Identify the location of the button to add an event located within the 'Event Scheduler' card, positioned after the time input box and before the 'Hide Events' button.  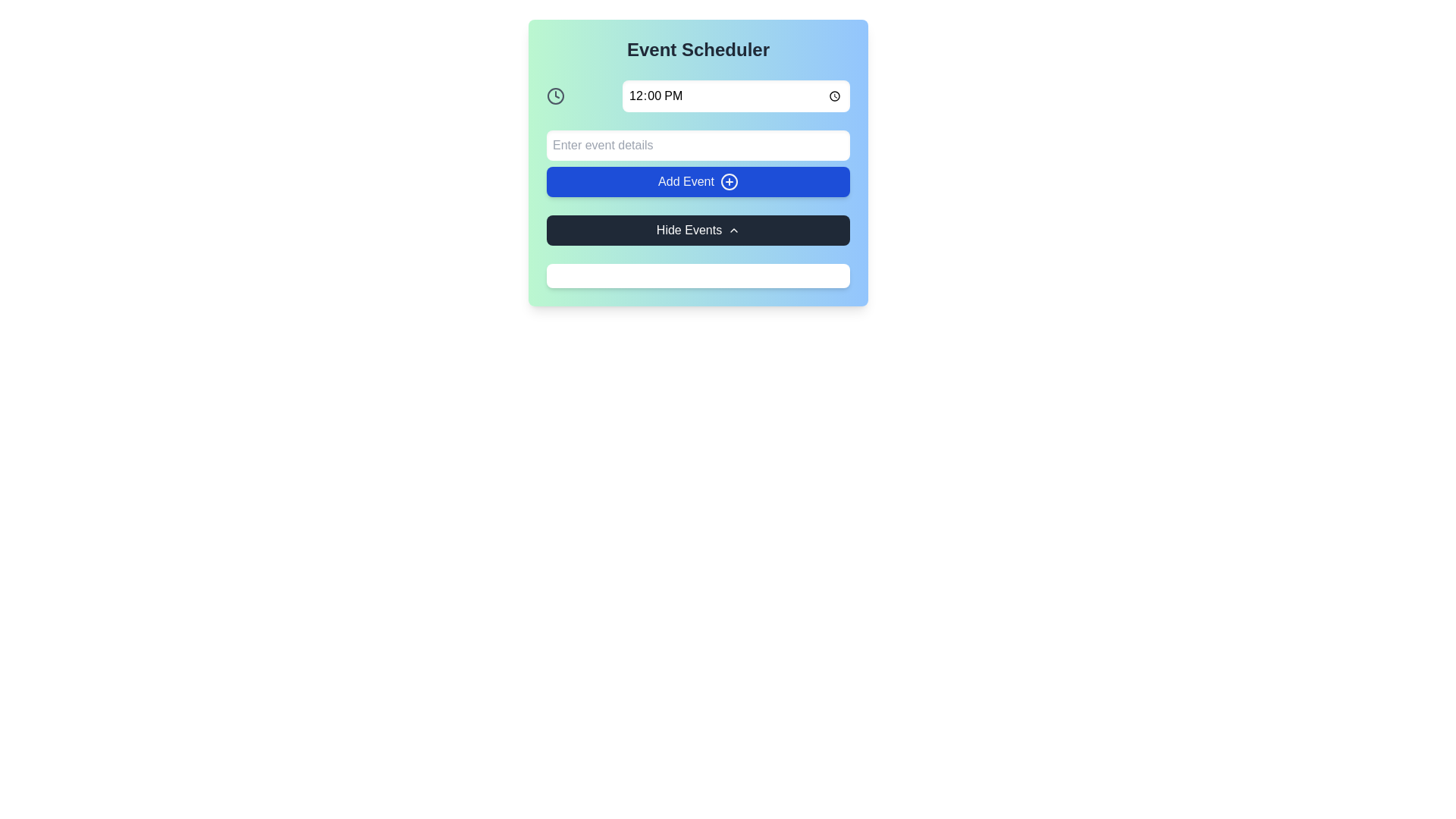
(698, 163).